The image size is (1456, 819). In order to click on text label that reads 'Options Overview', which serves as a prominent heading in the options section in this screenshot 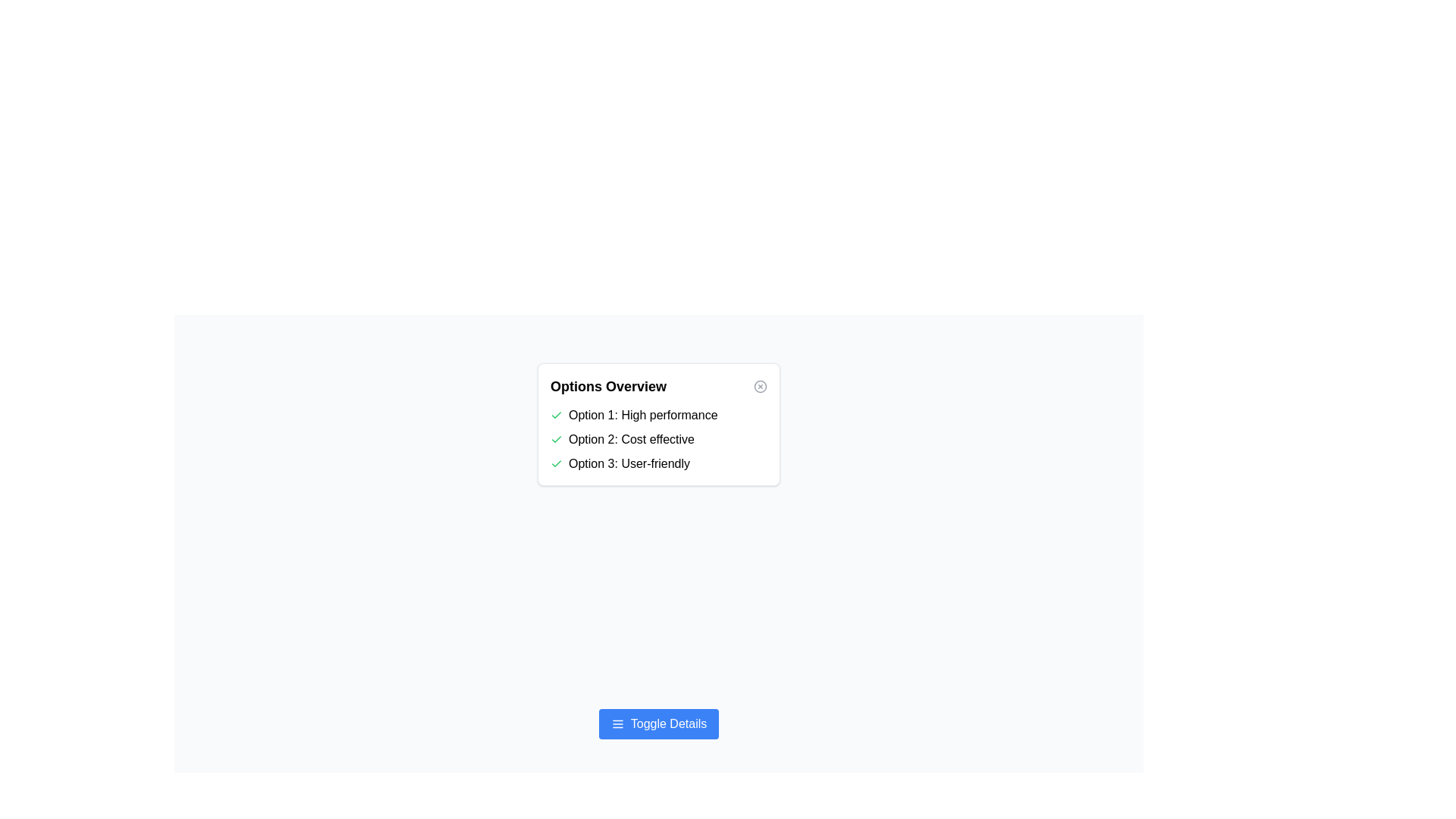, I will do `click(608, 385)`.